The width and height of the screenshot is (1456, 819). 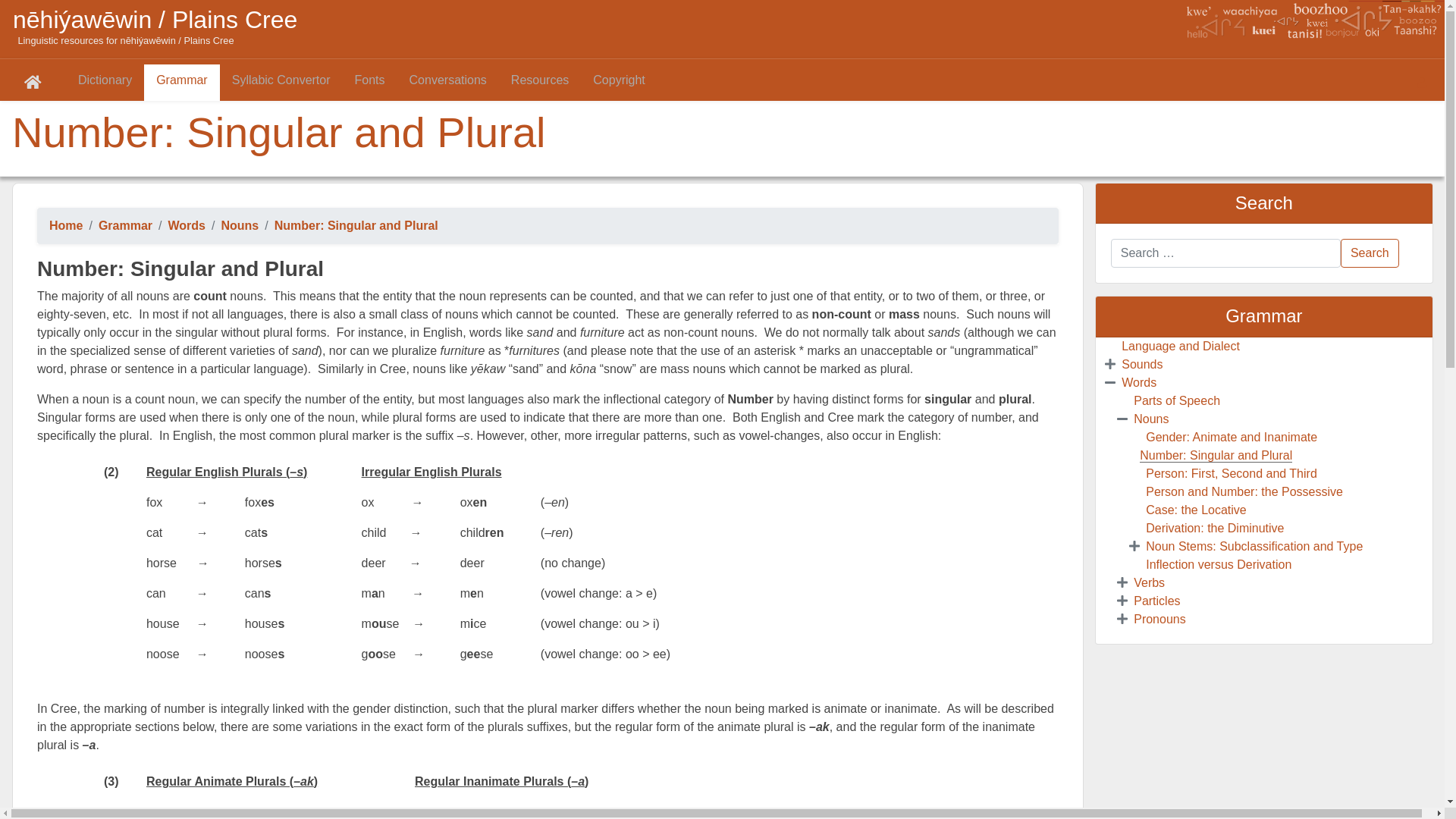 What do you see at coordinates (1156, 600) in the screenshot?
I see `'Particles'` at bounding box center [1156, 600].